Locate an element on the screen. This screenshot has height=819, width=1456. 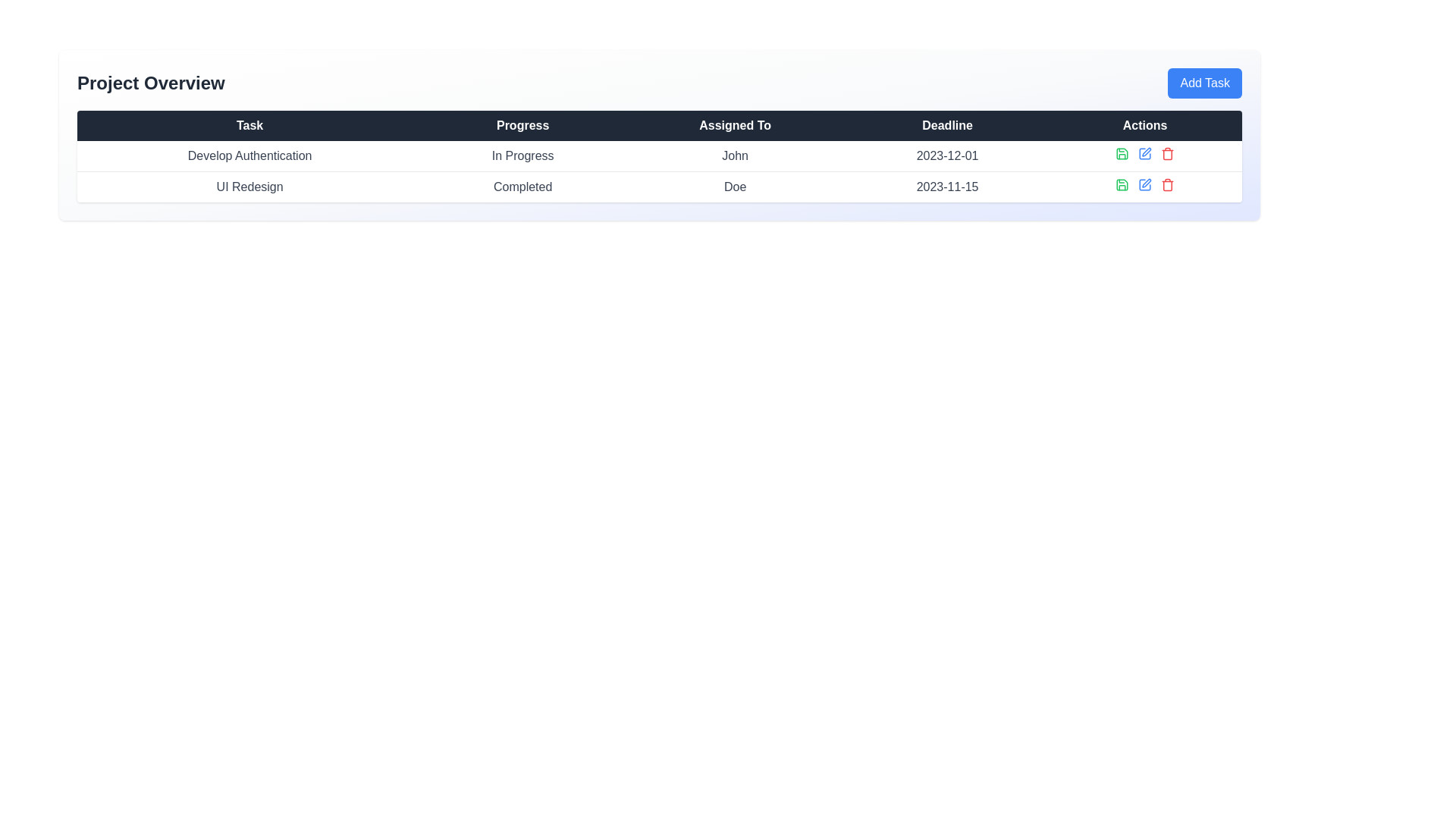
the Text label that displays the name of a task being tracked, located in the first item of a row under the 'Task' column in the table is located at coordinates (249, 156).